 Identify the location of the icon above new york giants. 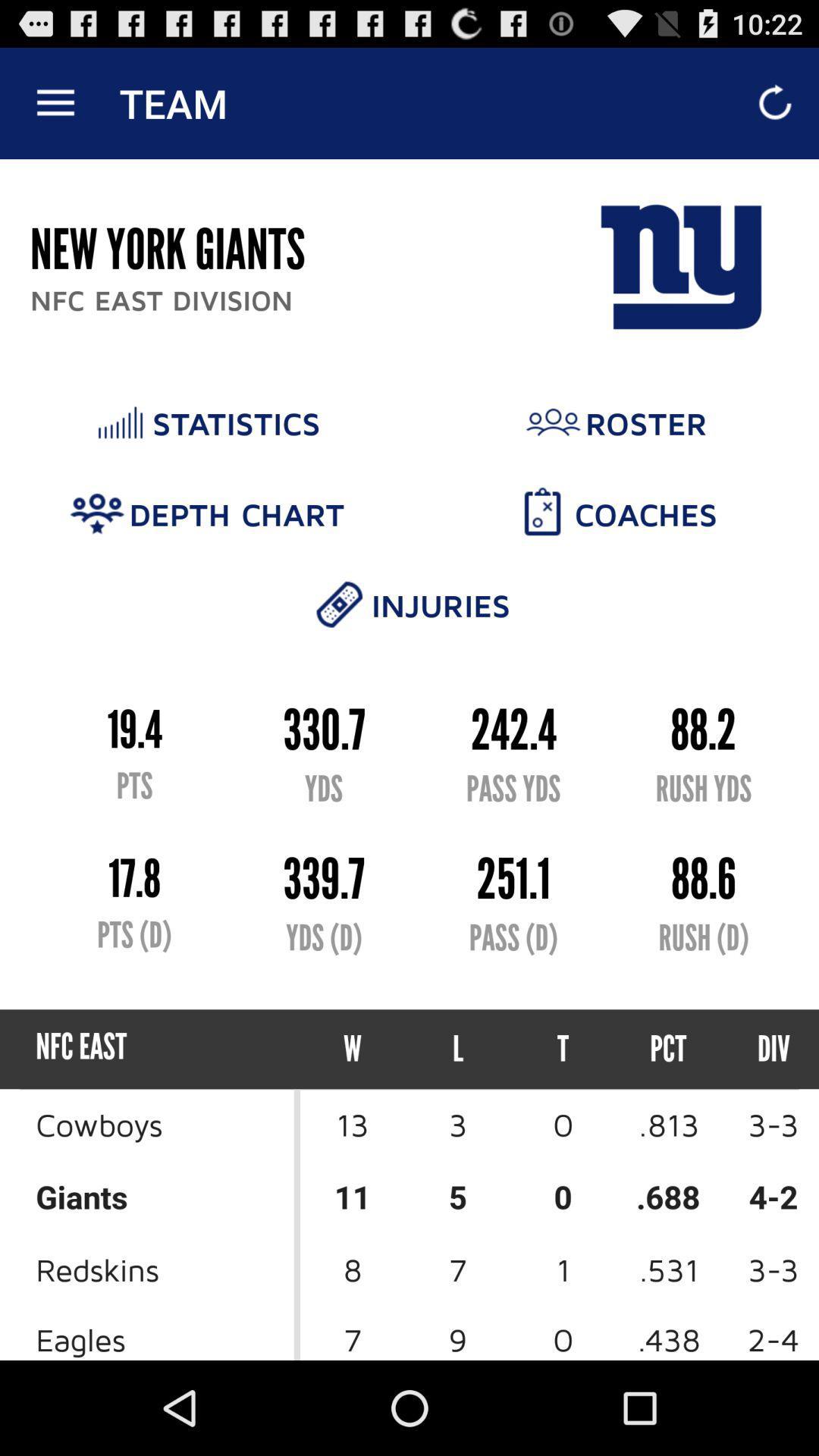
(55, 102).